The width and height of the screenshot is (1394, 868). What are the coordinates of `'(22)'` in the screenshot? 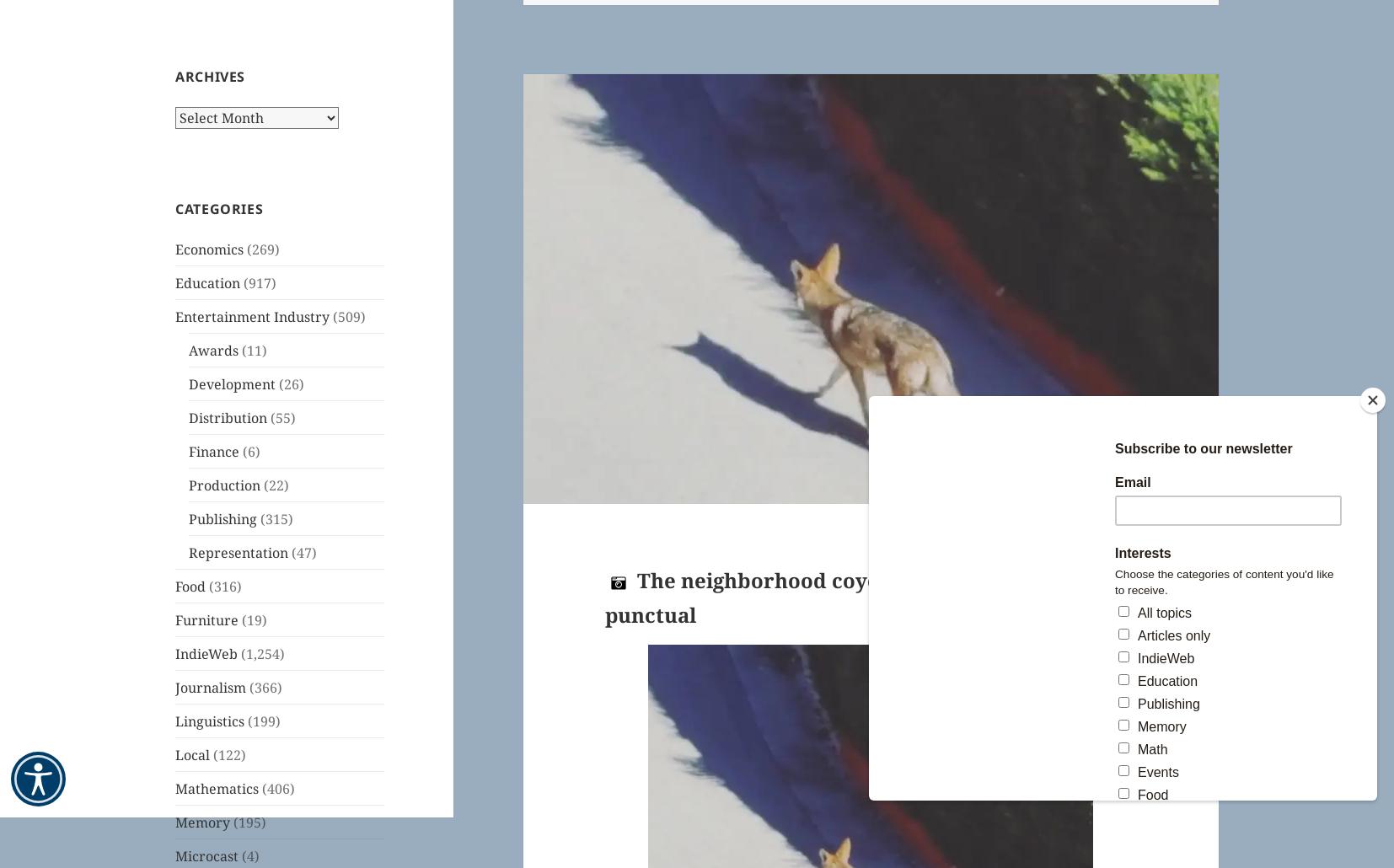 It's located at (274, 485).